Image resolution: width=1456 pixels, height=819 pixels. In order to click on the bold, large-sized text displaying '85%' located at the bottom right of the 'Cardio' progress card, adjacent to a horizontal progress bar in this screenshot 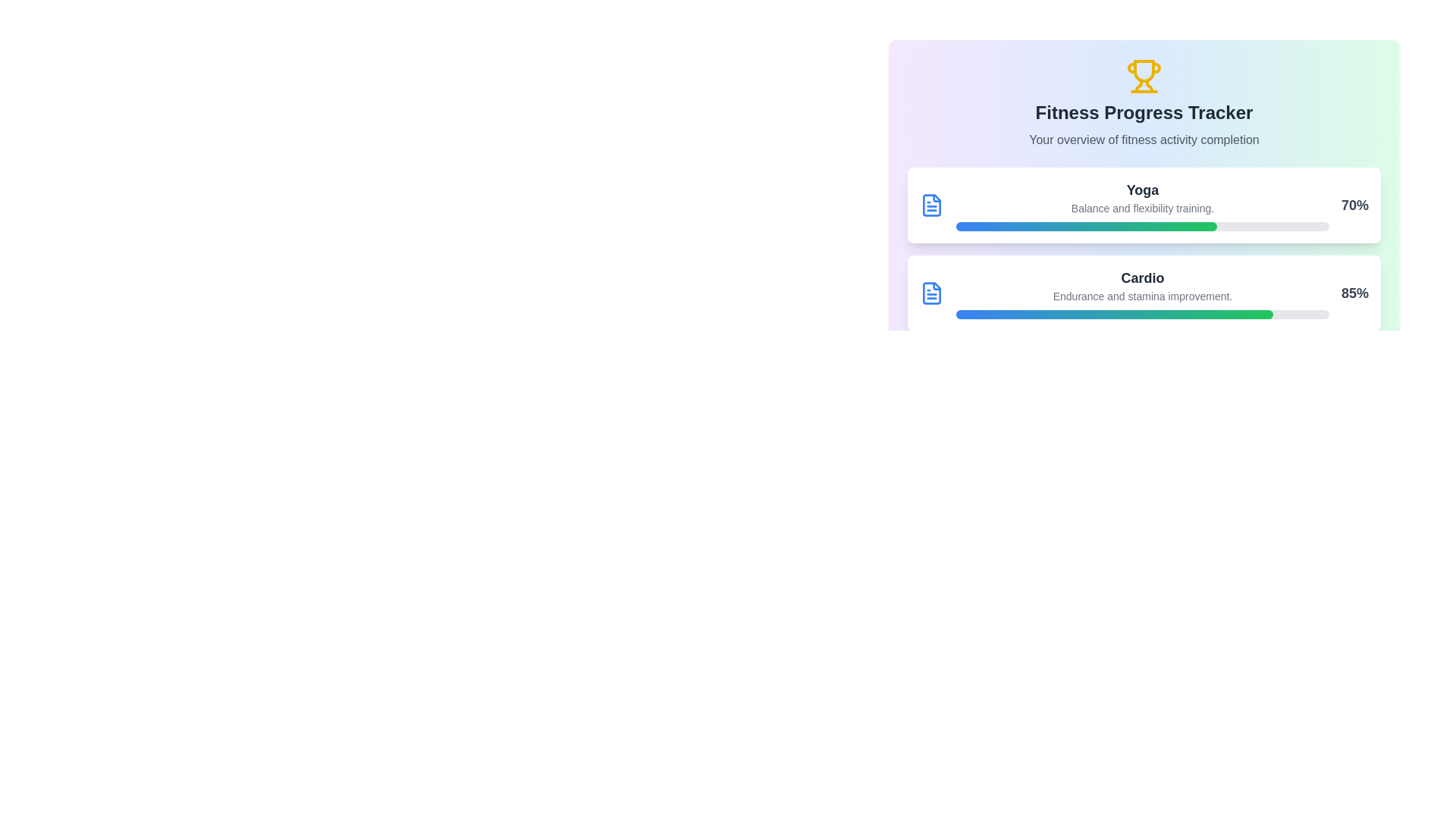, I will do `click(1354, 293)`.